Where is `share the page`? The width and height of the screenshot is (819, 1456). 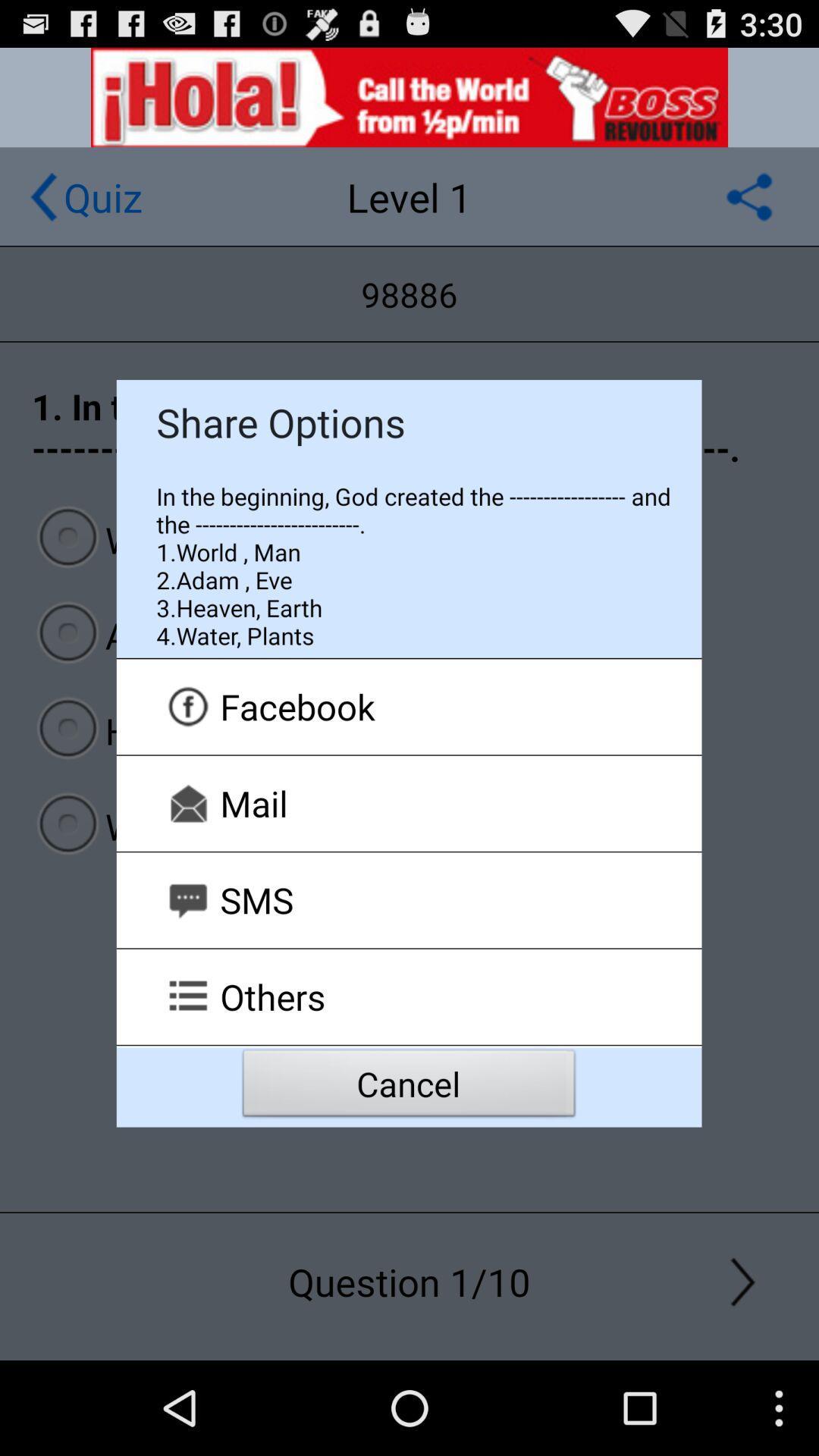
share the page is located at coordinates (748, 196).